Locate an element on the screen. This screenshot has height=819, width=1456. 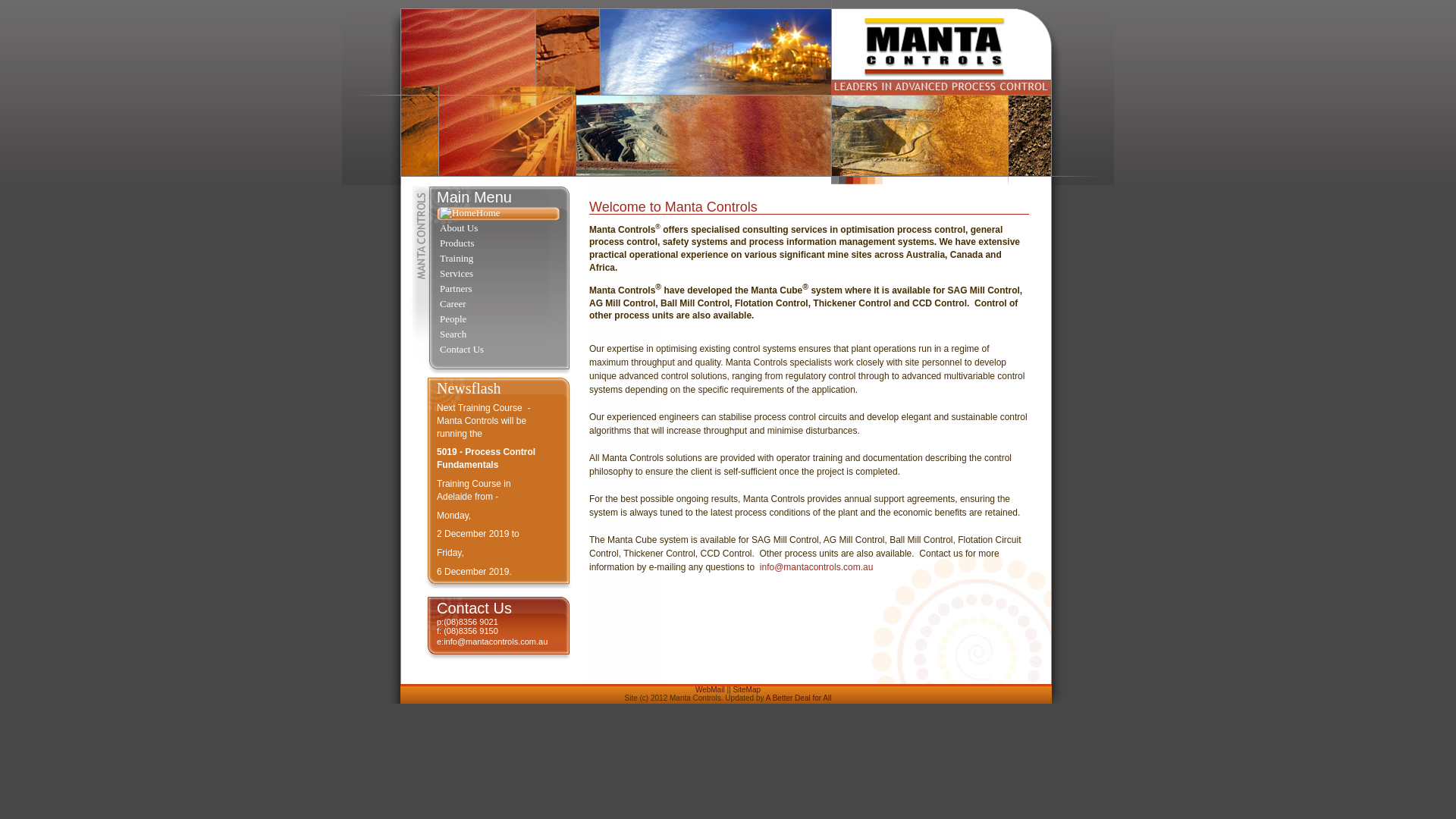
'About Us' is located at coordinates (436, 228).